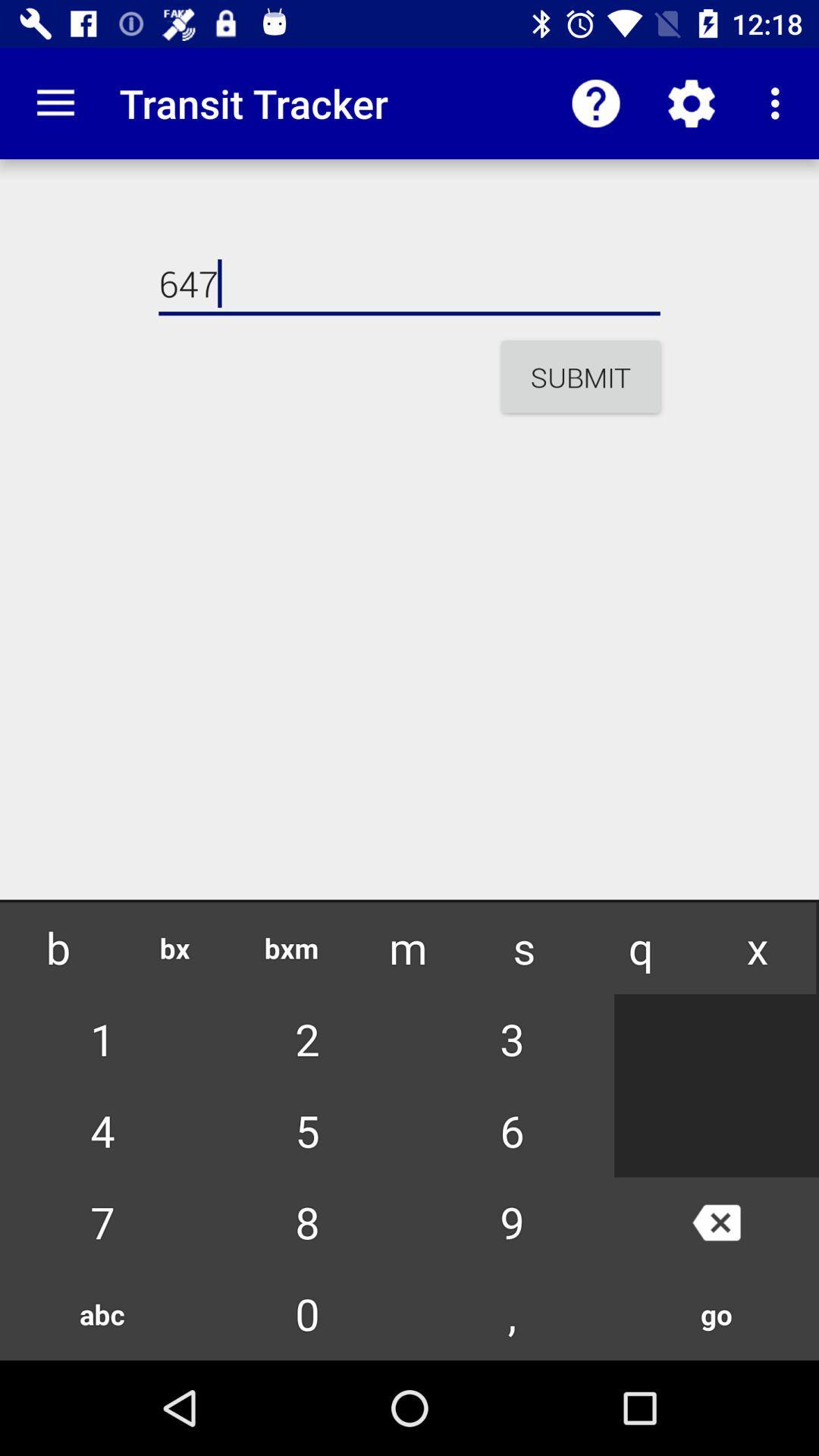  What do you see at coordinates (409, 1295) in the screenshot?
I see `type numbers` at bounding box center [409, 1295].